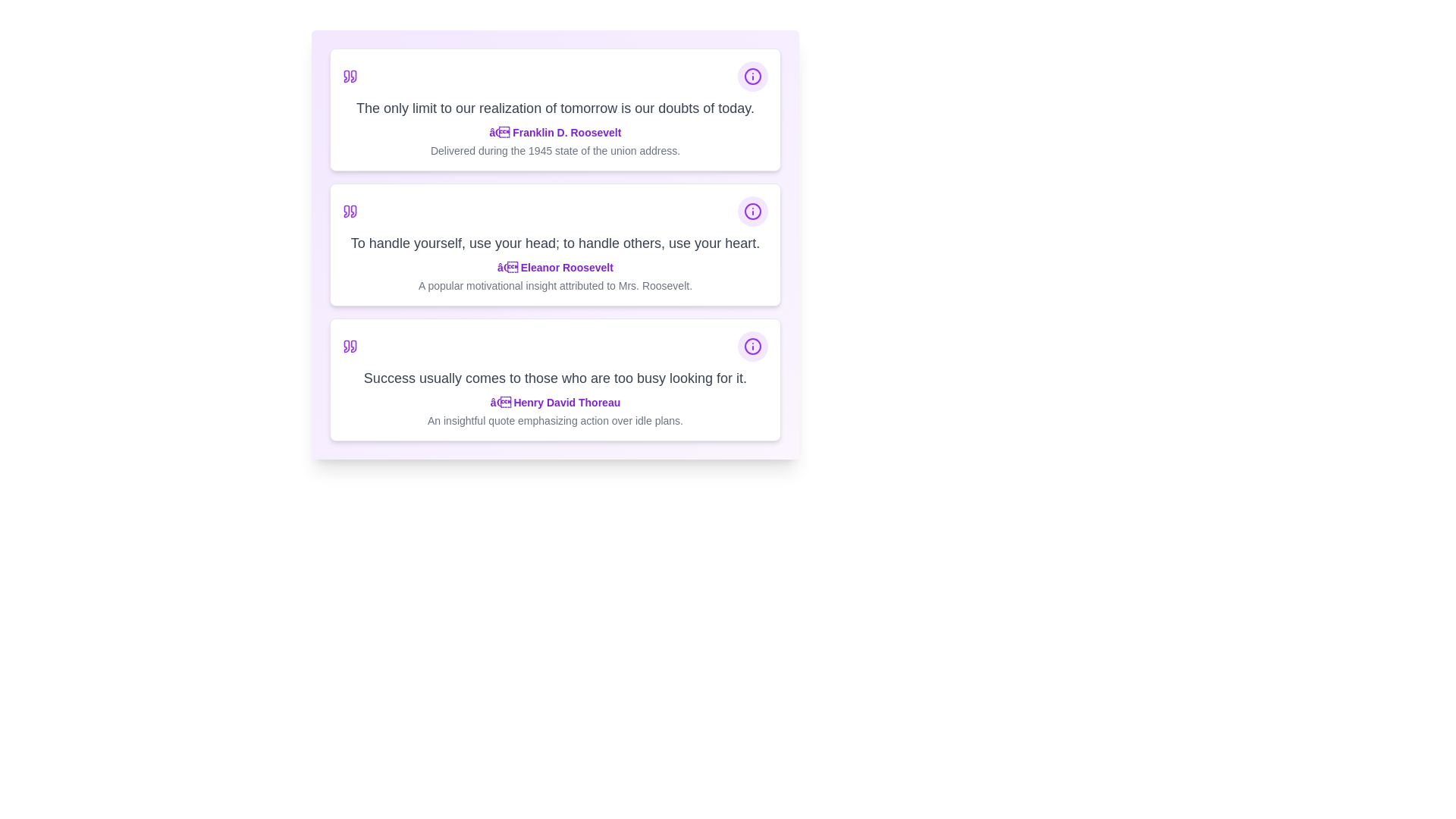 The height and width of the screenshot is (819, 1456). What do you see at coordinates (753, 76) in the screenshot?
I see `the circular purple button with an 'i' symbol located at the top right corner of the topmost card in the vertically-arranged list` at bounding box center [753, 76].